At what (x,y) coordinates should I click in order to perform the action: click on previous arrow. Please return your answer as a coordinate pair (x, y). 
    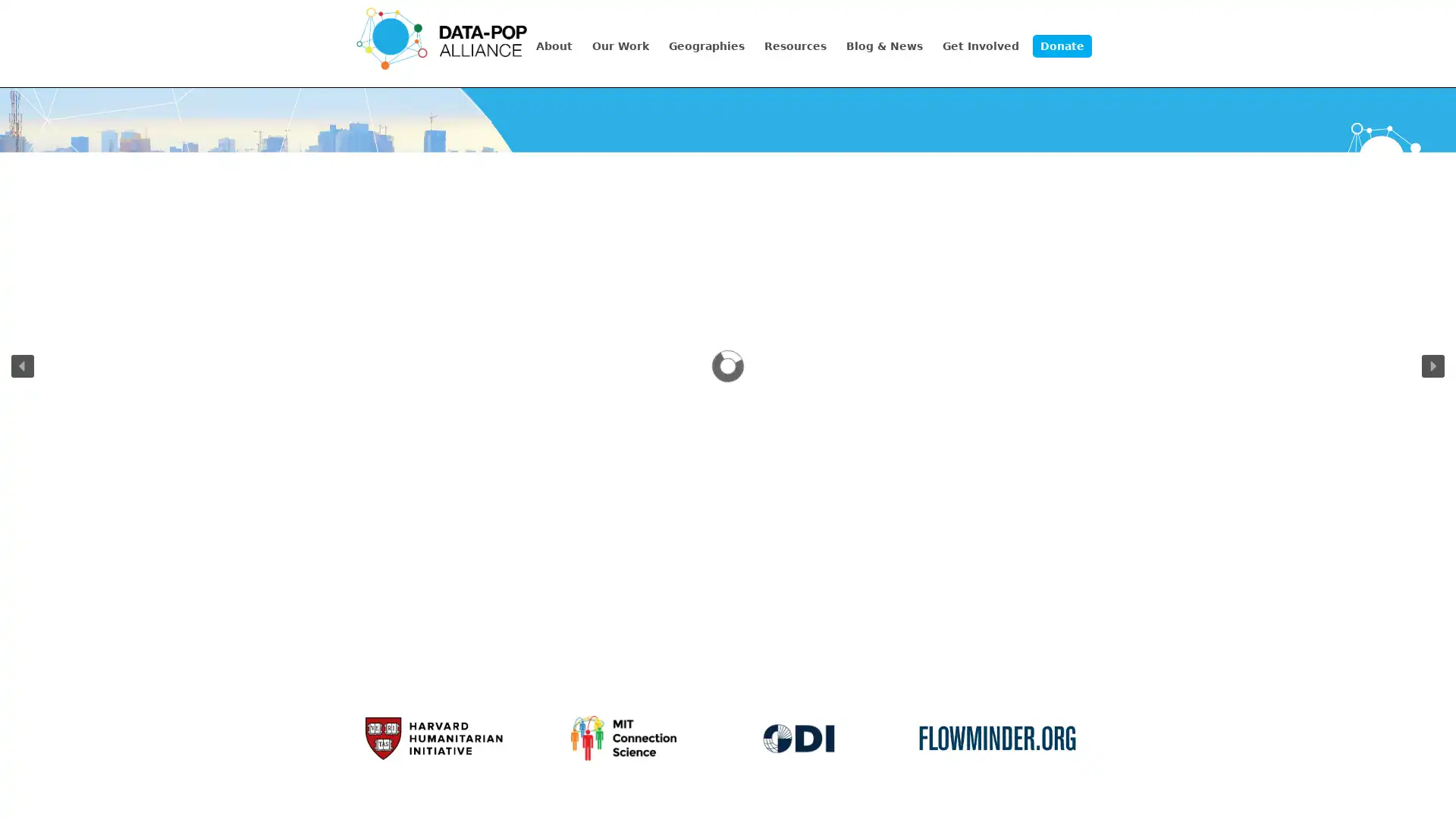
    Looking at the image, I should click on (22, 366).